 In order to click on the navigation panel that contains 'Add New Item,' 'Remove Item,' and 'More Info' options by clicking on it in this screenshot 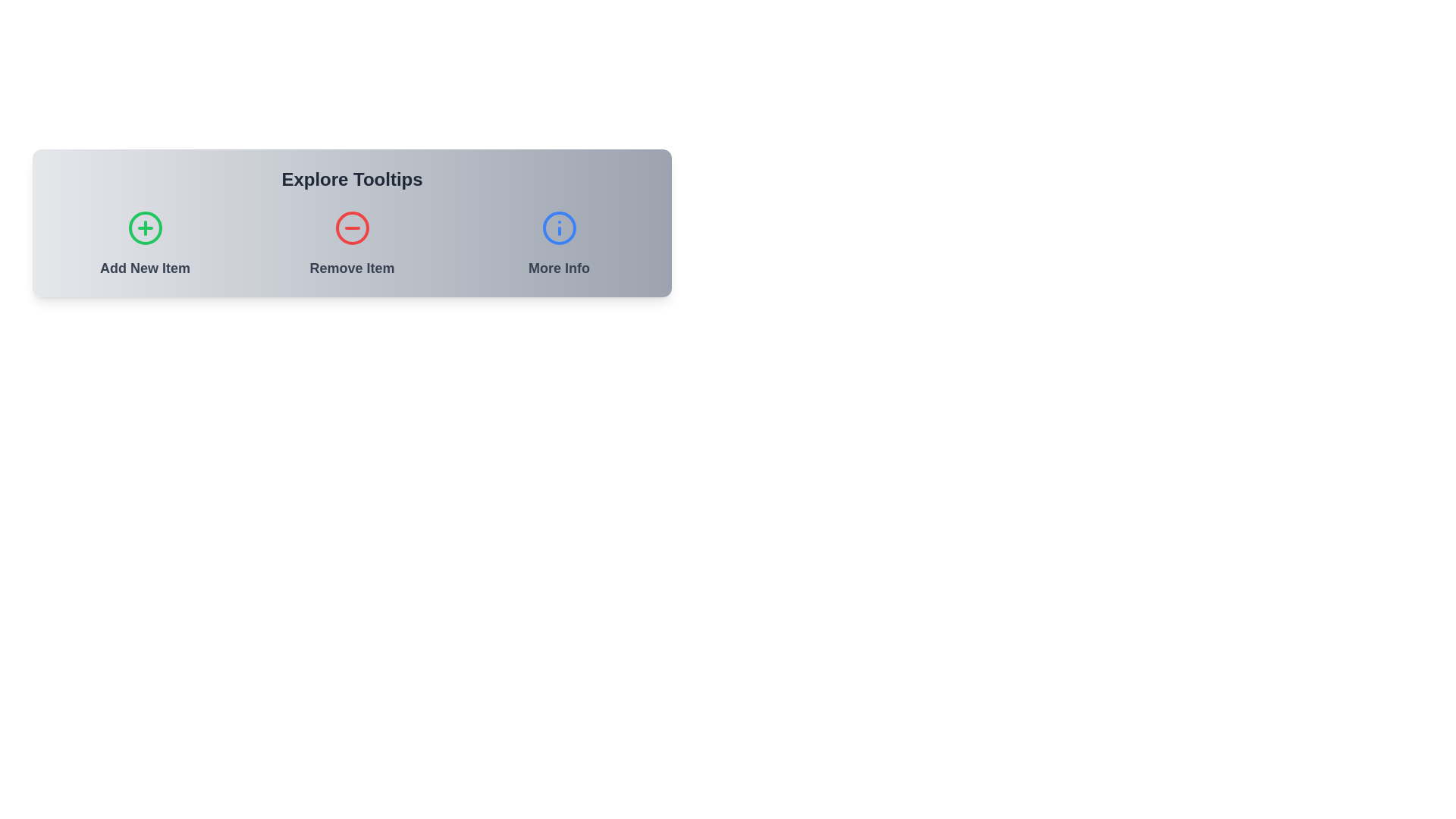, I will do `click(351, 223)`.